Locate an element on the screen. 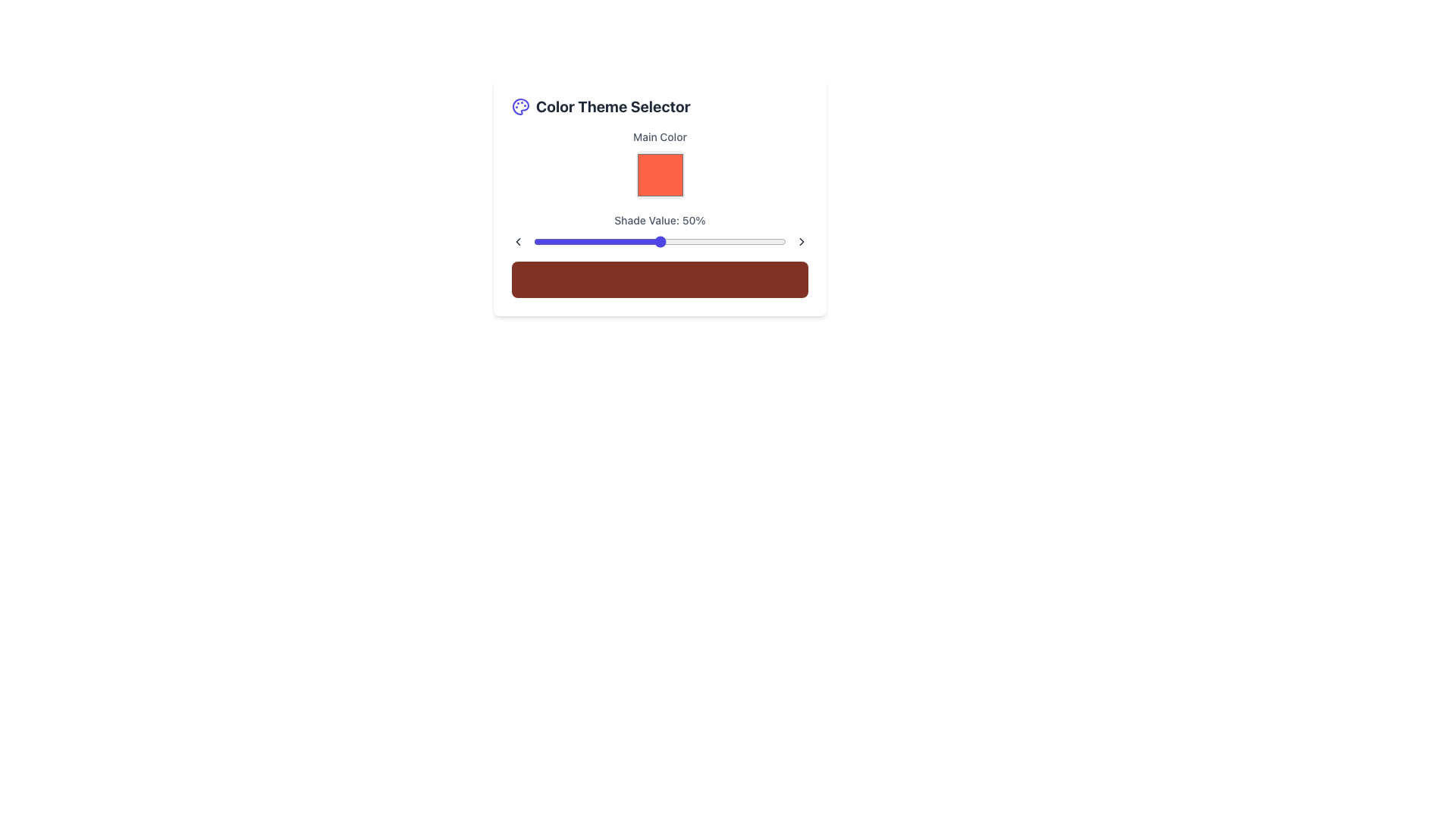 This screenshot has height=819, width=1456. the shade value is located at coordinates (736, 241).